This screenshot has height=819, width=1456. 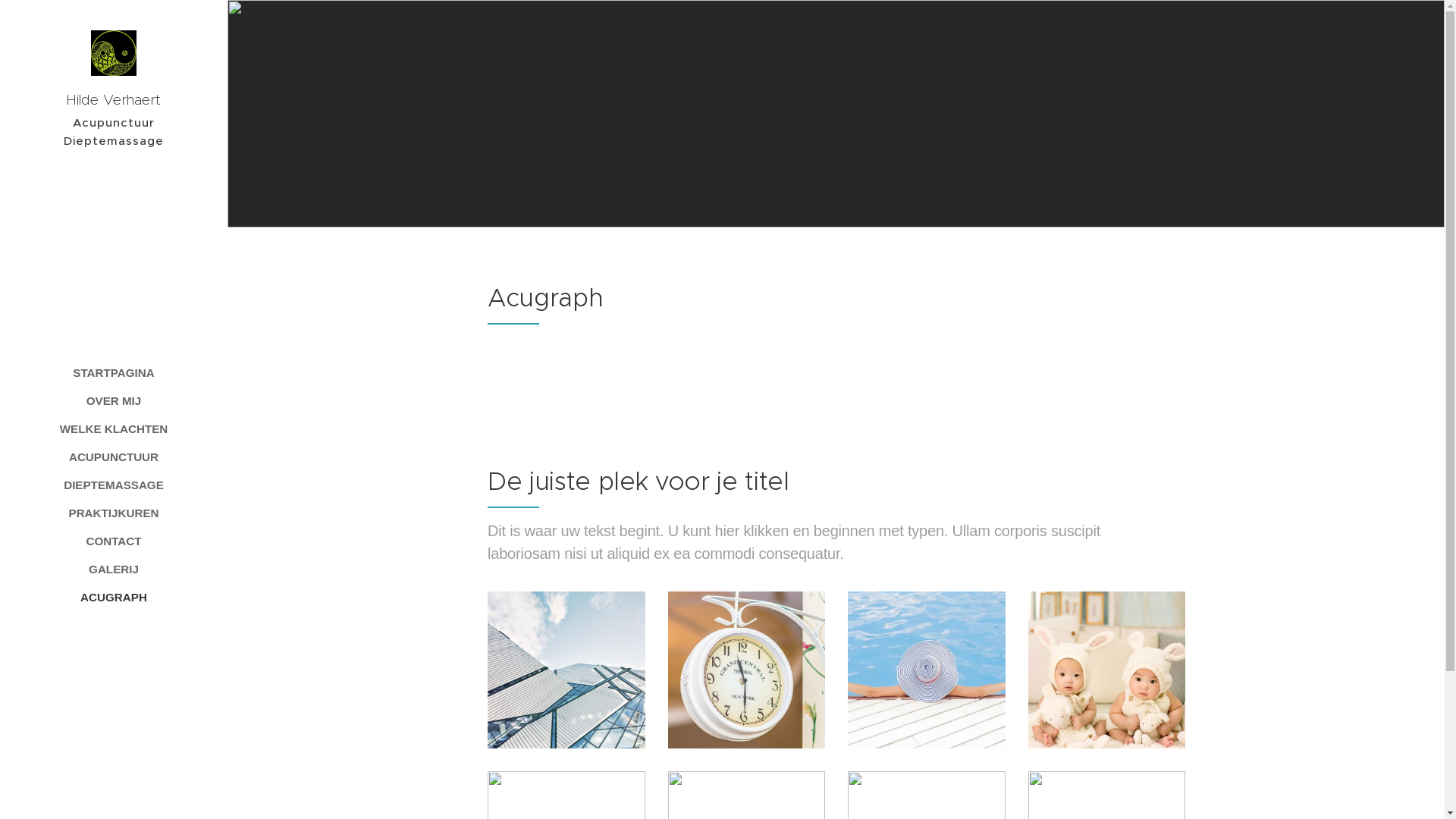 What do you see at coordinates (4, 512) in the screenshot?
I see `'PRAKTIJKUREN'` at bounding box center [4, 512].